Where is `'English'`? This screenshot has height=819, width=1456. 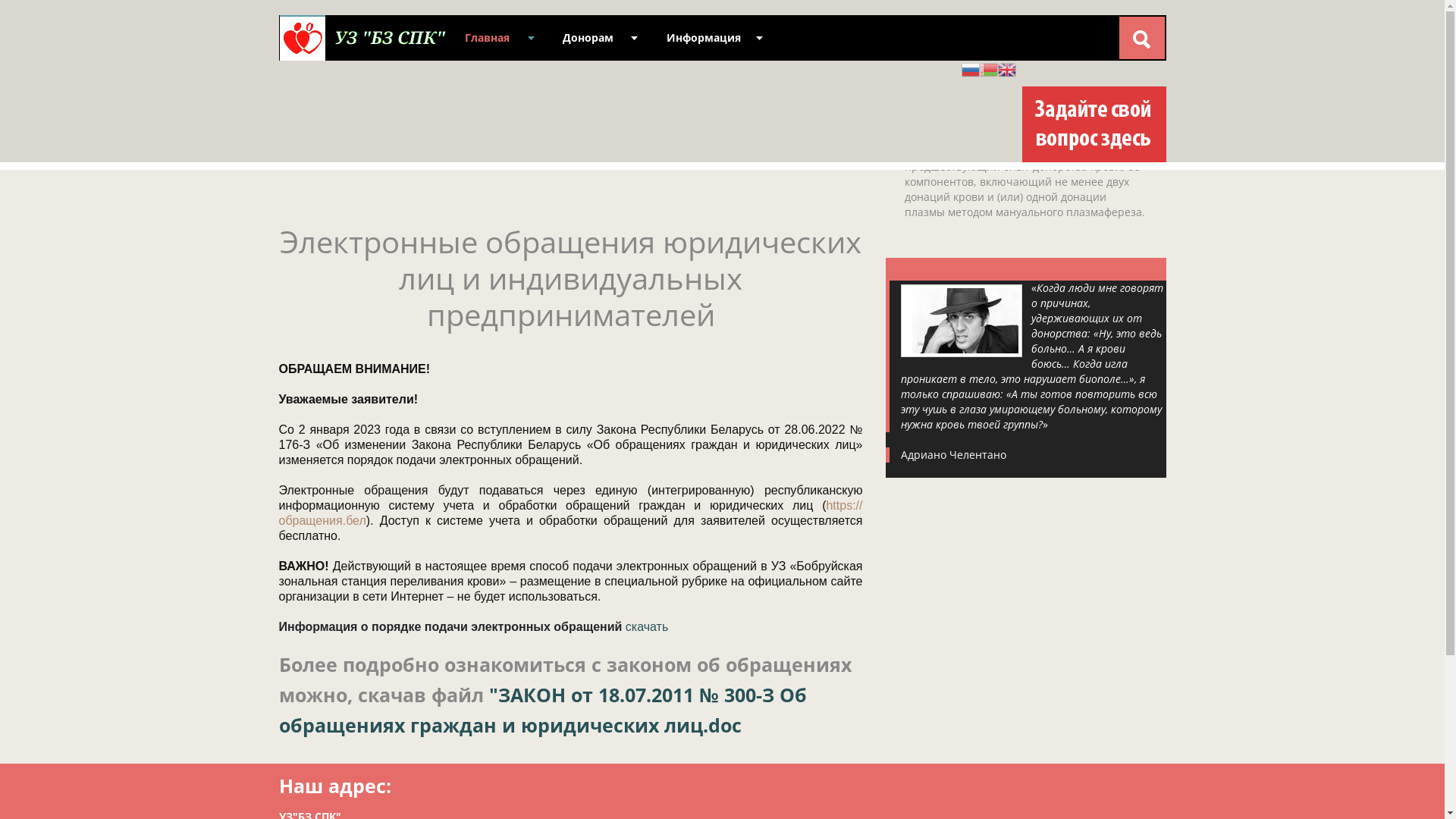
'English' is located at coordinates (1007, 68).